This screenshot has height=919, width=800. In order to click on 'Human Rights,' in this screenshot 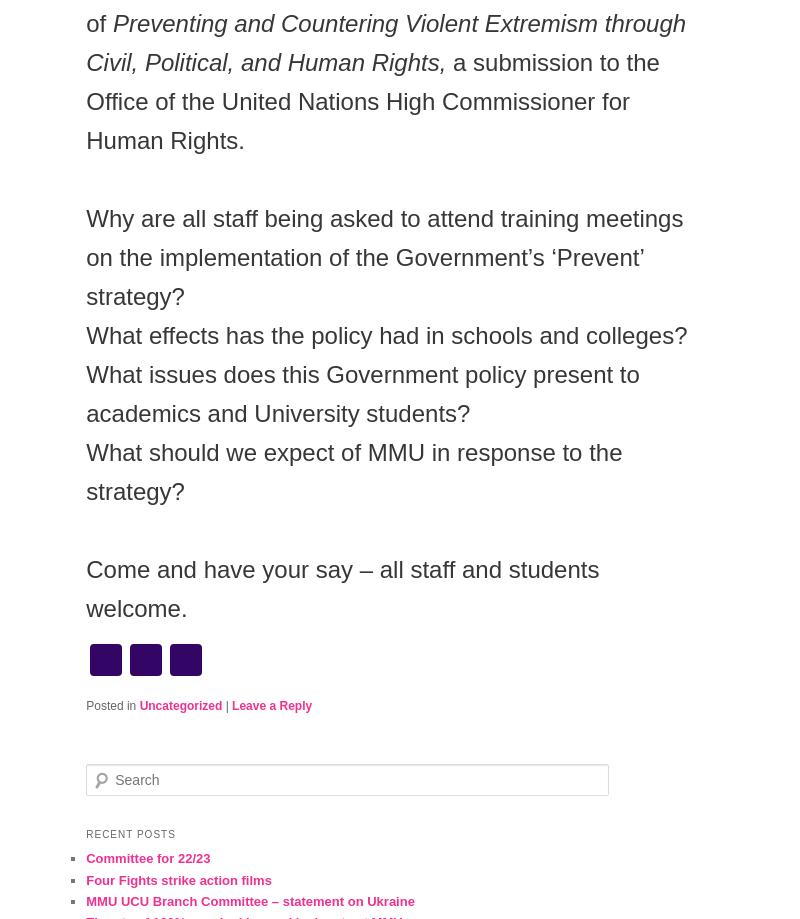, I will do `click(287, 62)`.